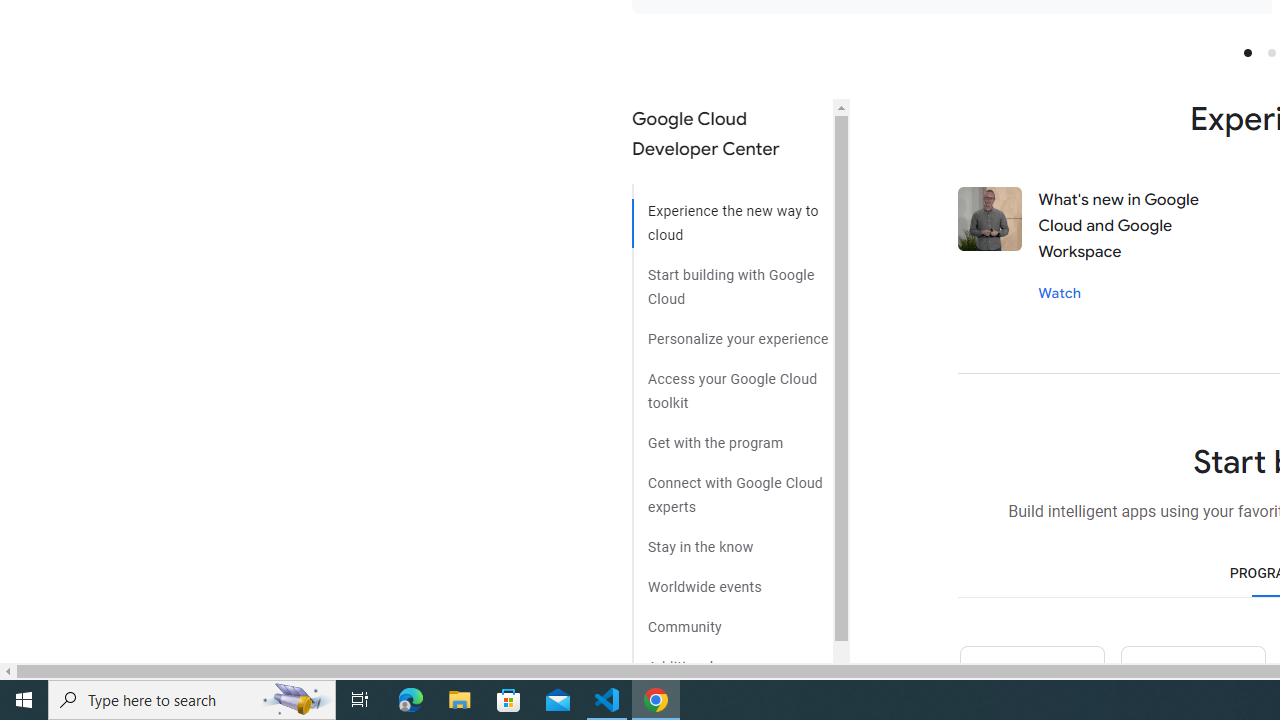  What do you see at coordinates (731, 330) in the screenshot?
I see `'Personalize your experience'` at bounding box center [731, 330].